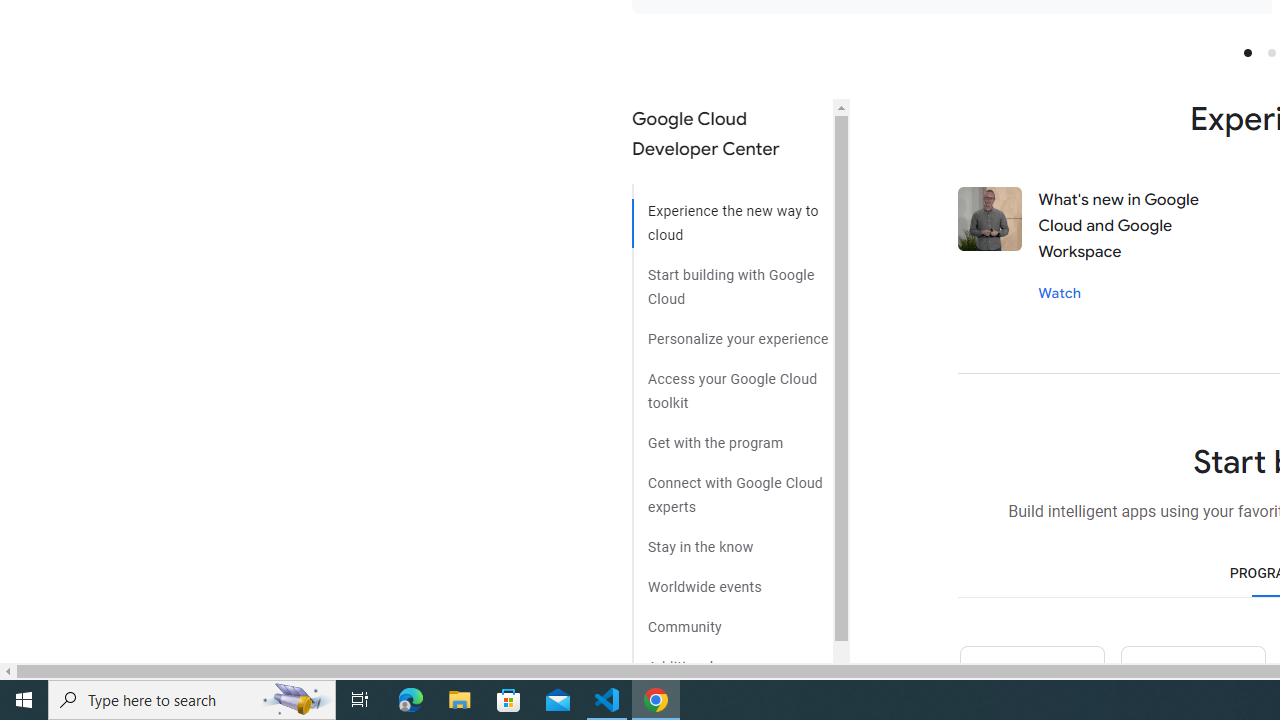  What do you see at coordinates (731, 330) in the screenshot?
I see `'Personalize your experience'` at bounding box center [731, 330].